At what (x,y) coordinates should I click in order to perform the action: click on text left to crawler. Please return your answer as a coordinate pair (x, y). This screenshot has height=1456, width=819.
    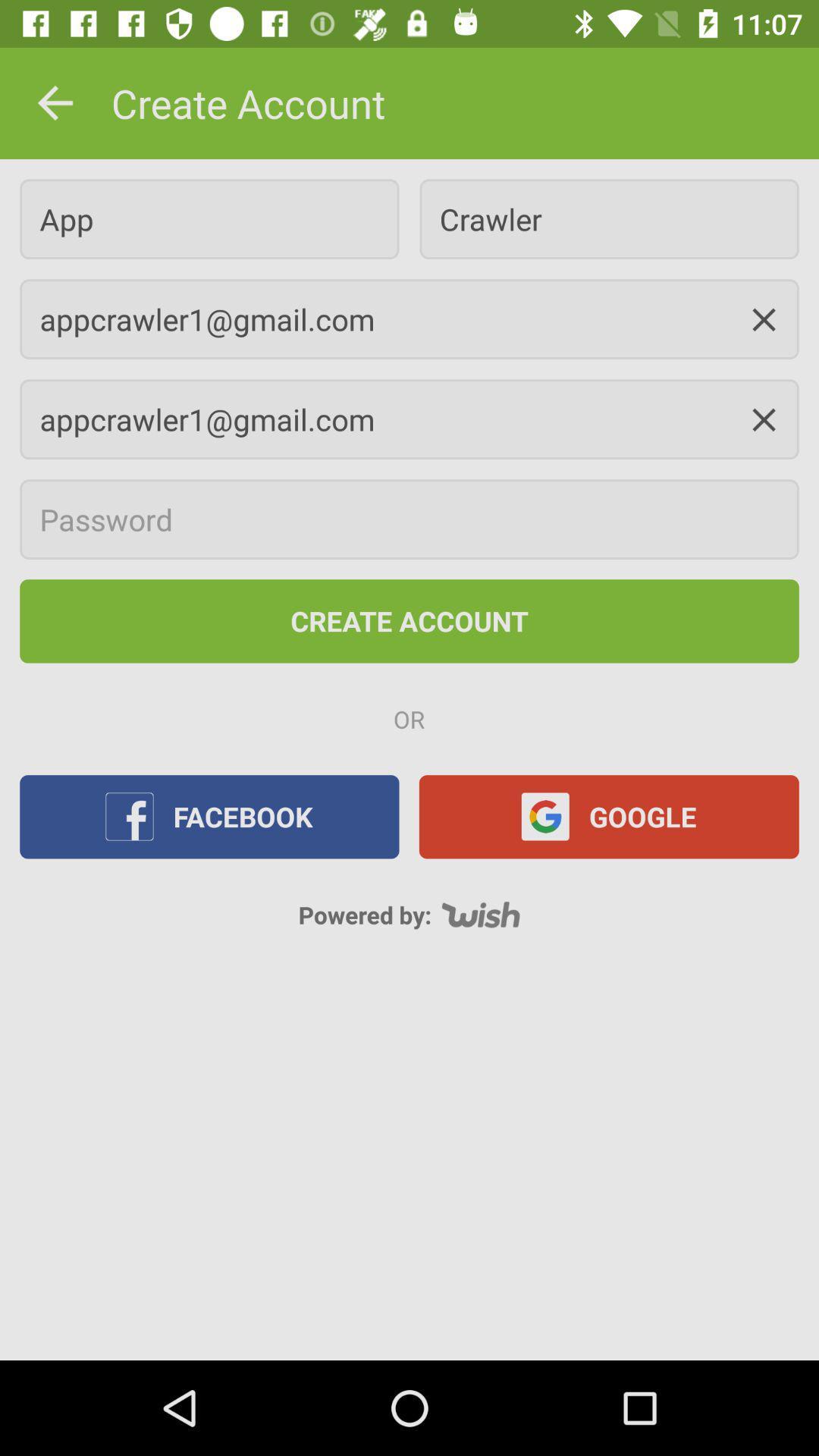
    Looking at the image, I should click on (209, 218).